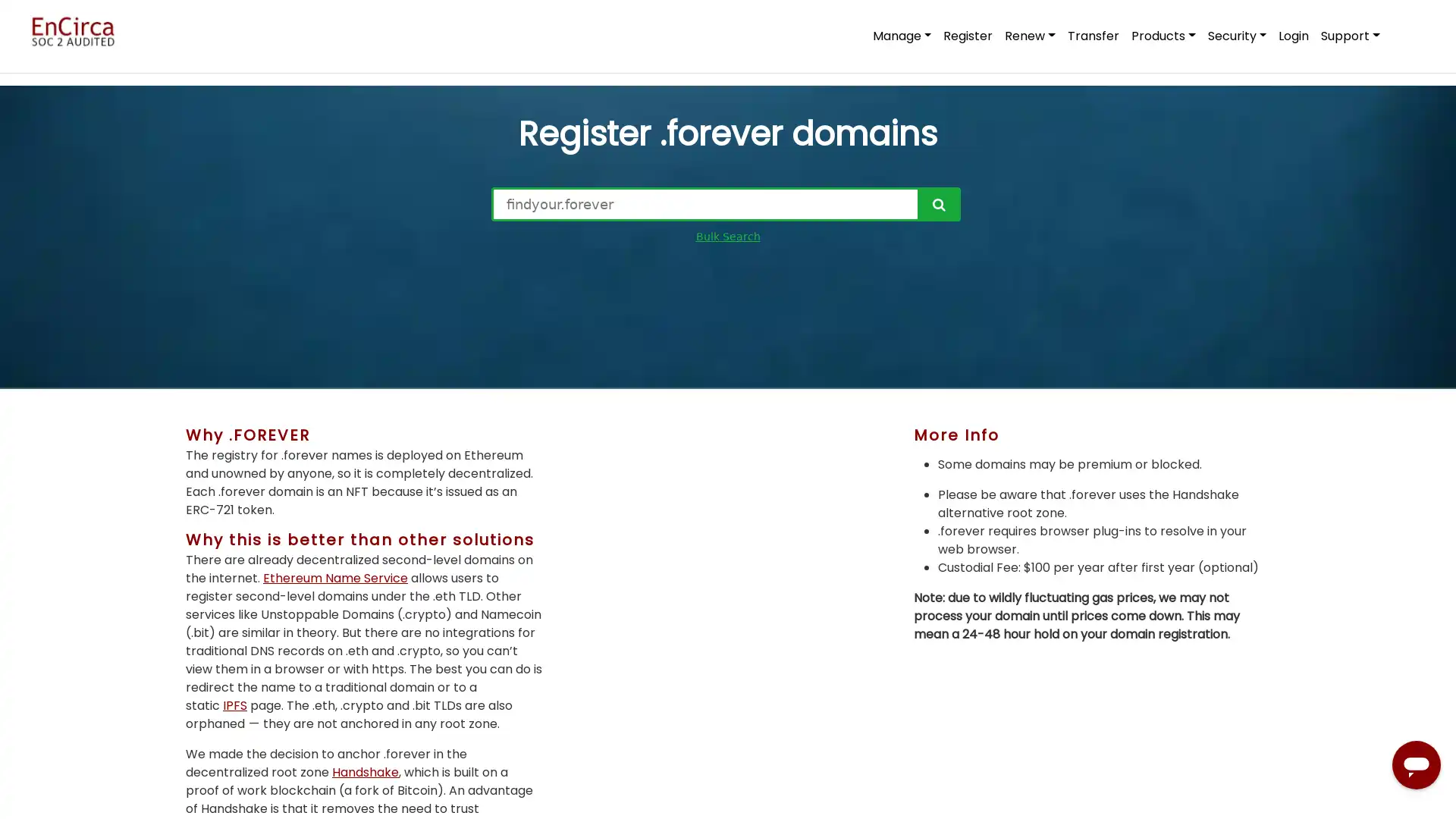  I want to click on Manage, so click(902, 35).